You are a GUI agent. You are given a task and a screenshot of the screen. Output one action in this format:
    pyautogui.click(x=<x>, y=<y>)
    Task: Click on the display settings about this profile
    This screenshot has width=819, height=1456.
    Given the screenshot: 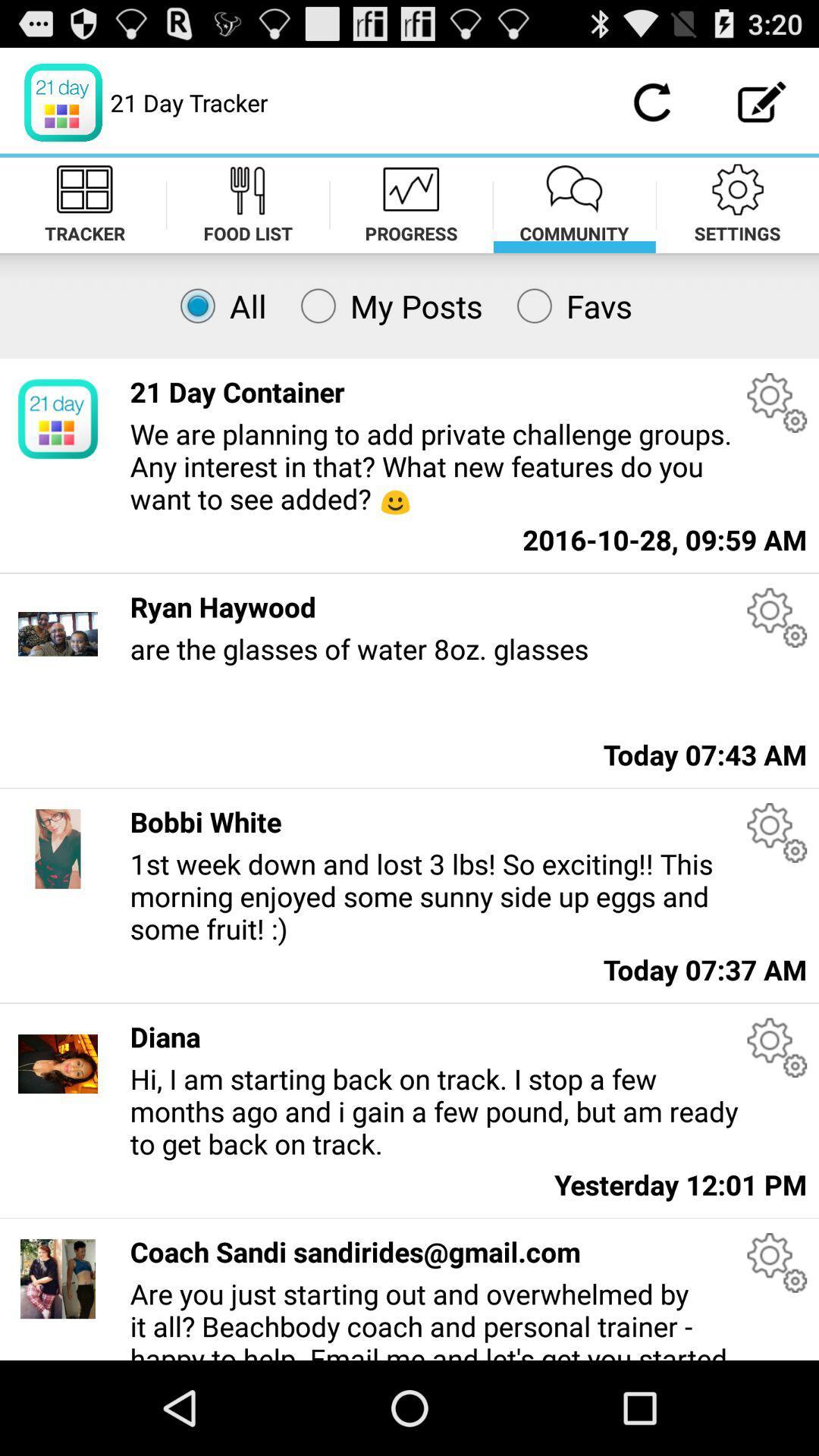 What is the action you would take?
    pyautogui.click(x=777, y=1046)
    